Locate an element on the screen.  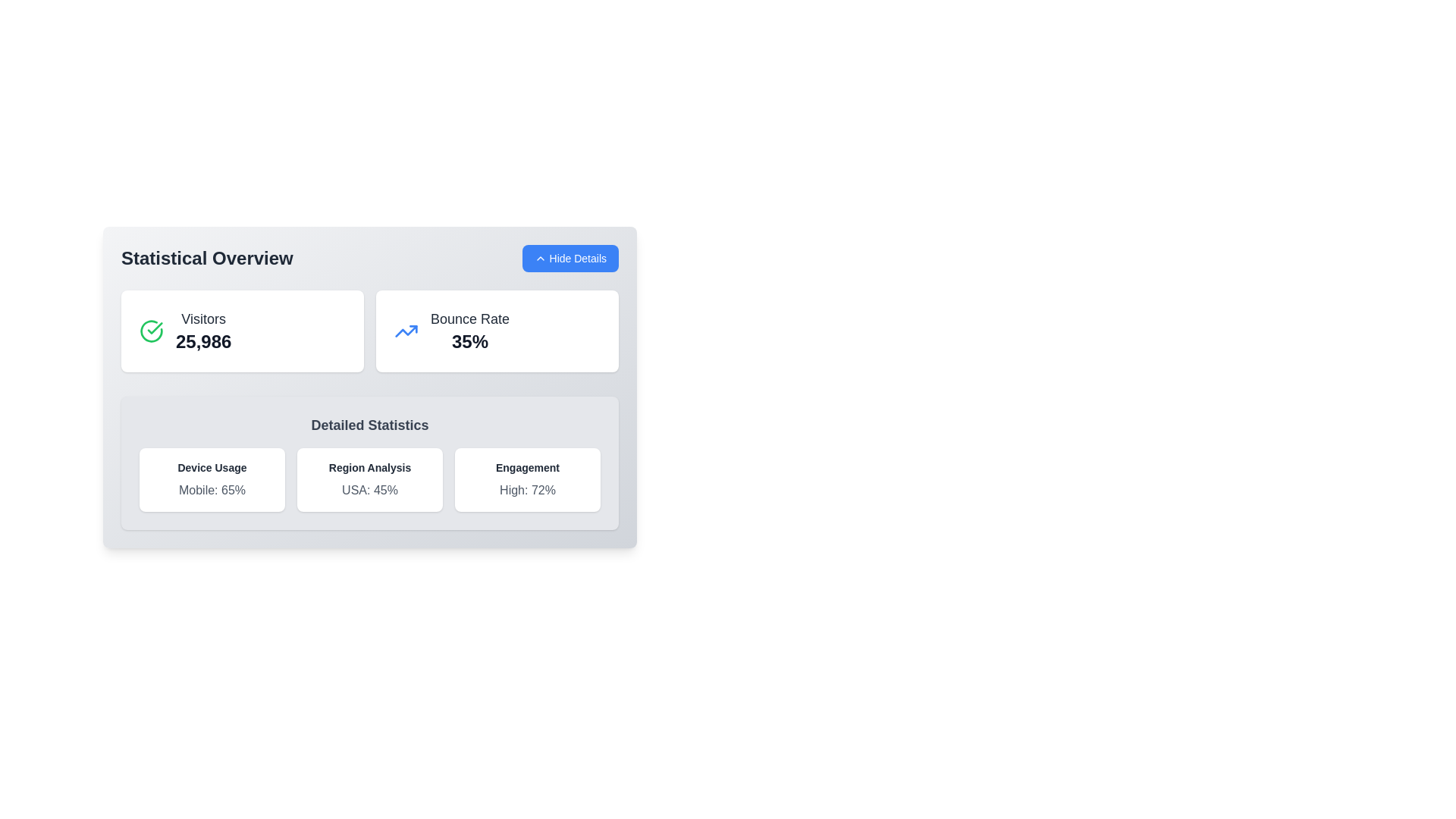
green checkmark icon that indicates a confirmed status related to the 'Visitors' data metric for developer tools is located at coordinates (155, 327).